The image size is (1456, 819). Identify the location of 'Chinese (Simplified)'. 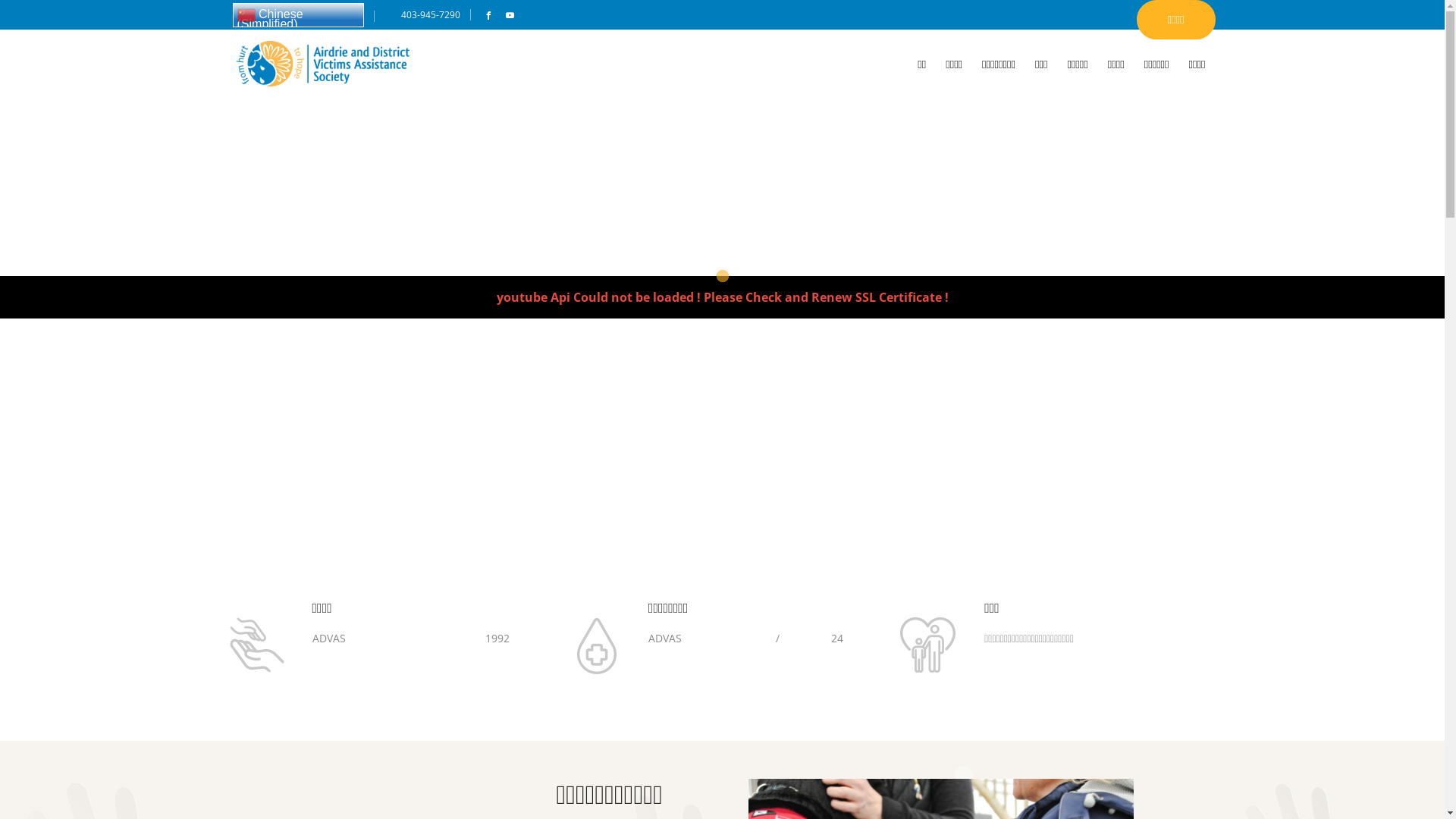
(297, 14).